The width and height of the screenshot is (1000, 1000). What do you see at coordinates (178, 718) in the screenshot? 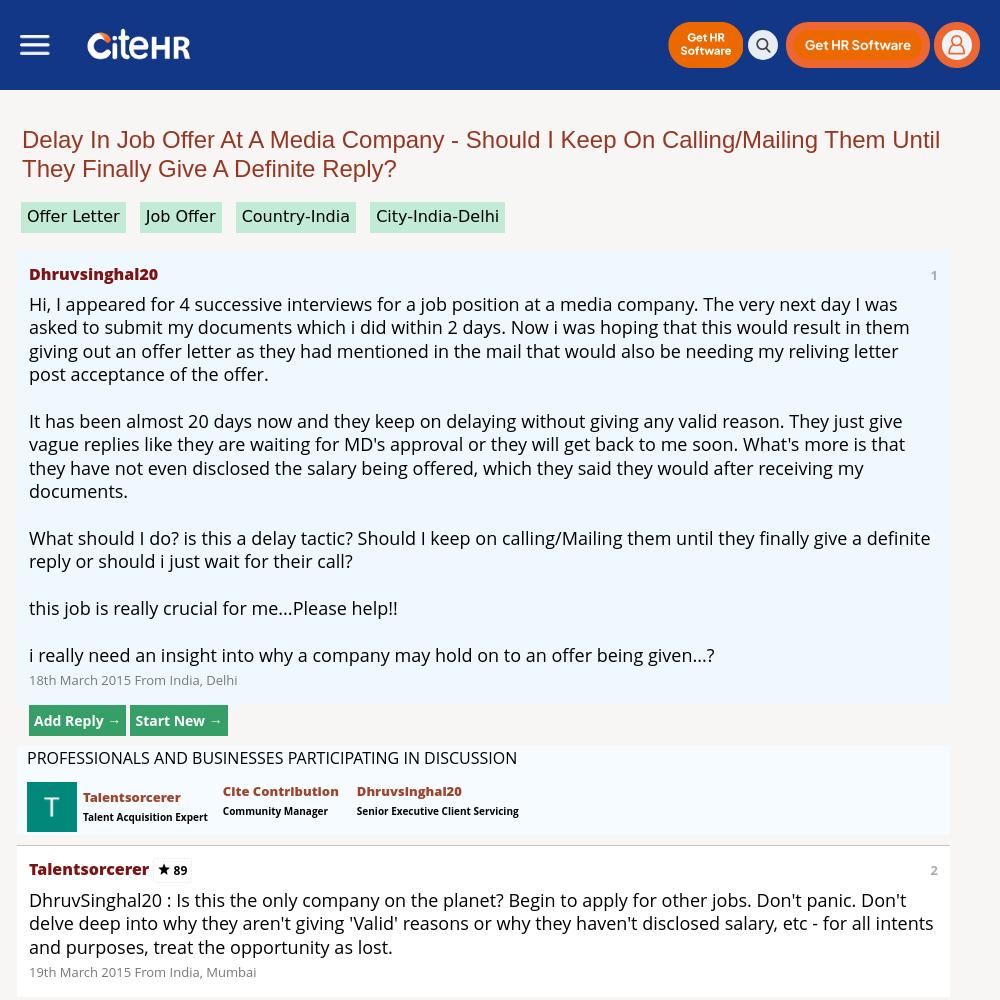
I see `'Start New →'` at bounding box center [178, 718].